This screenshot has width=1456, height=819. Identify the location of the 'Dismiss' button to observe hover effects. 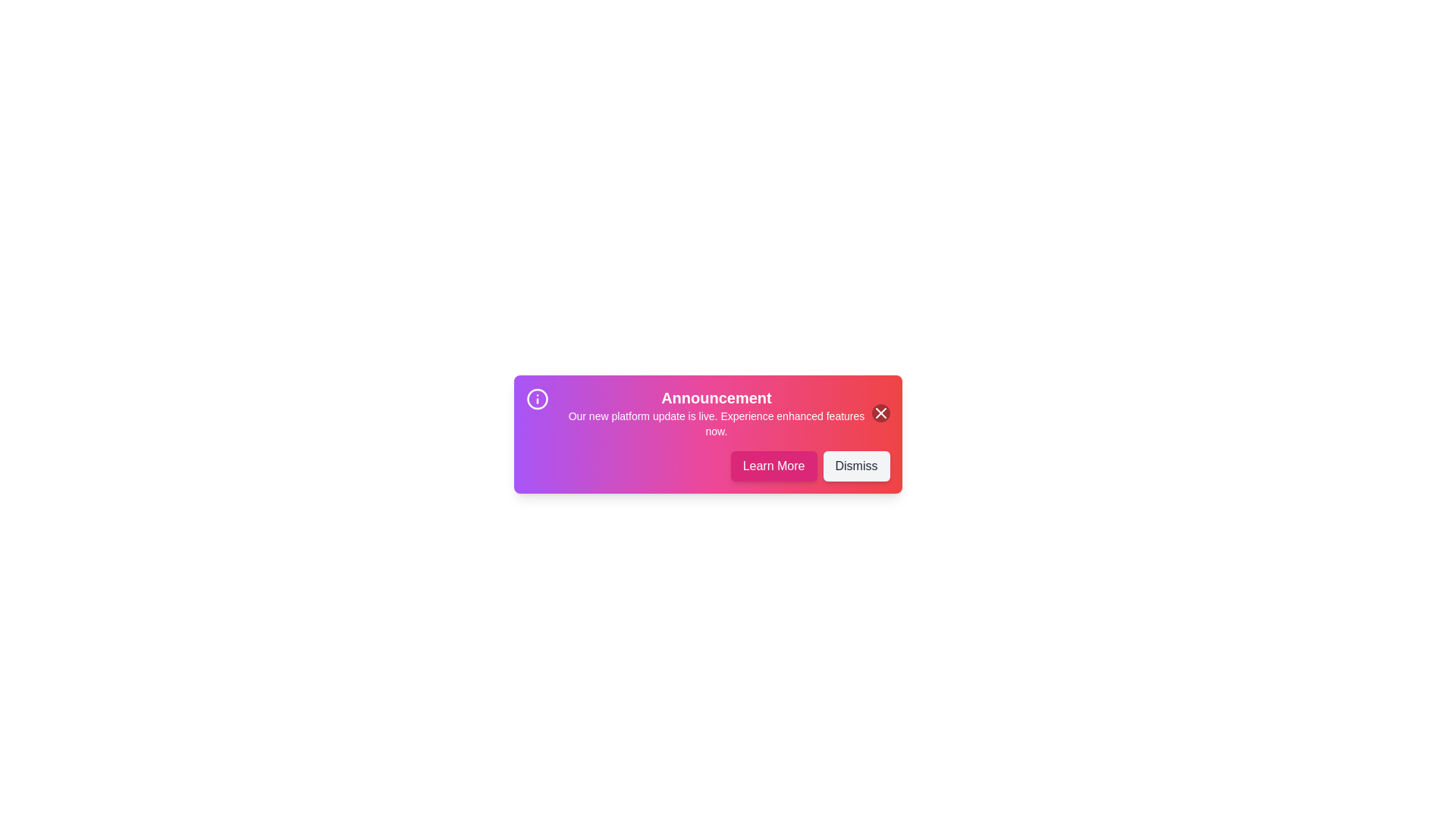
(856, 465).